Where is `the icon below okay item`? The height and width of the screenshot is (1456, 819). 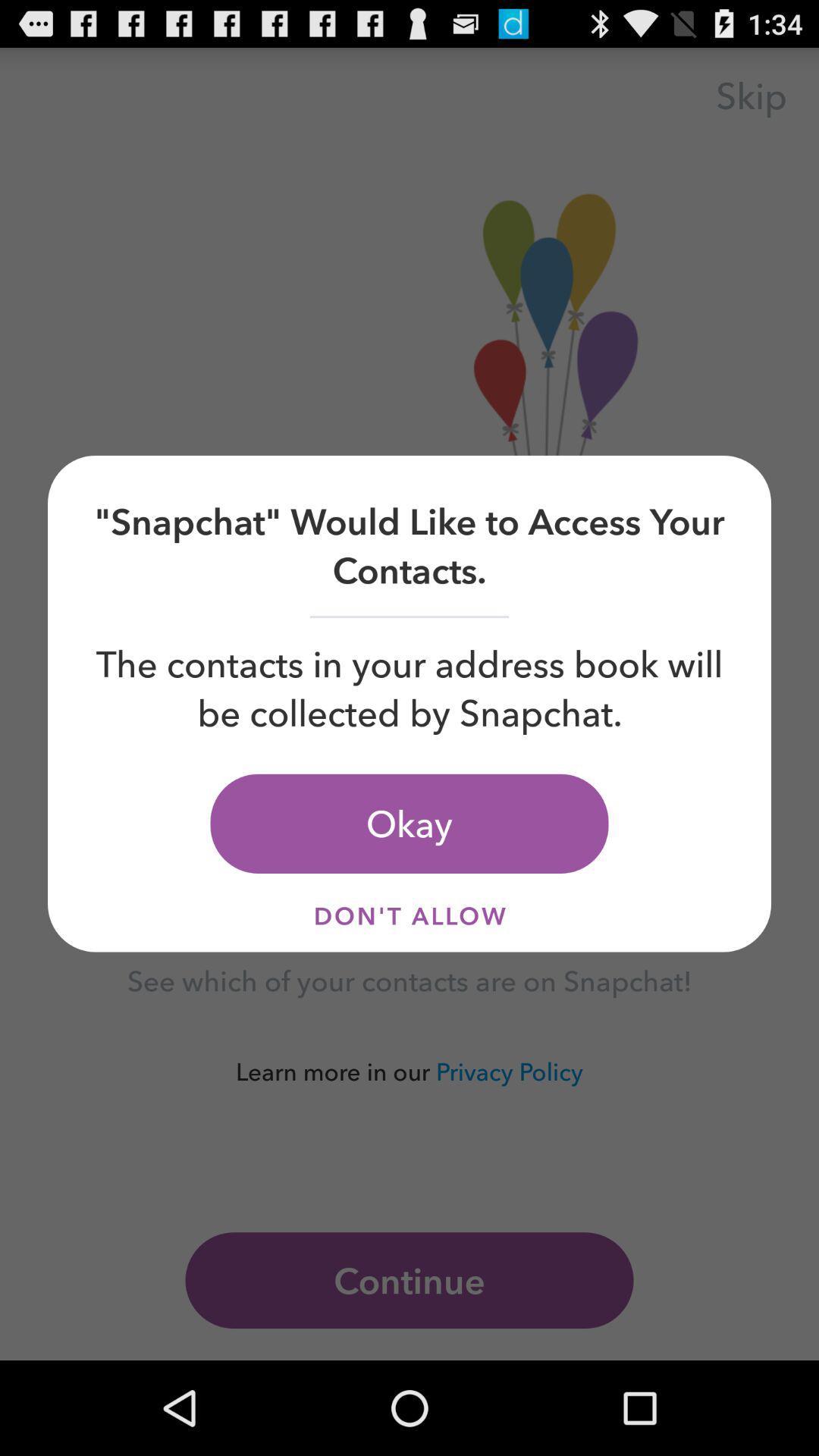
the icon below okay item is located at coordinates (409, 915).